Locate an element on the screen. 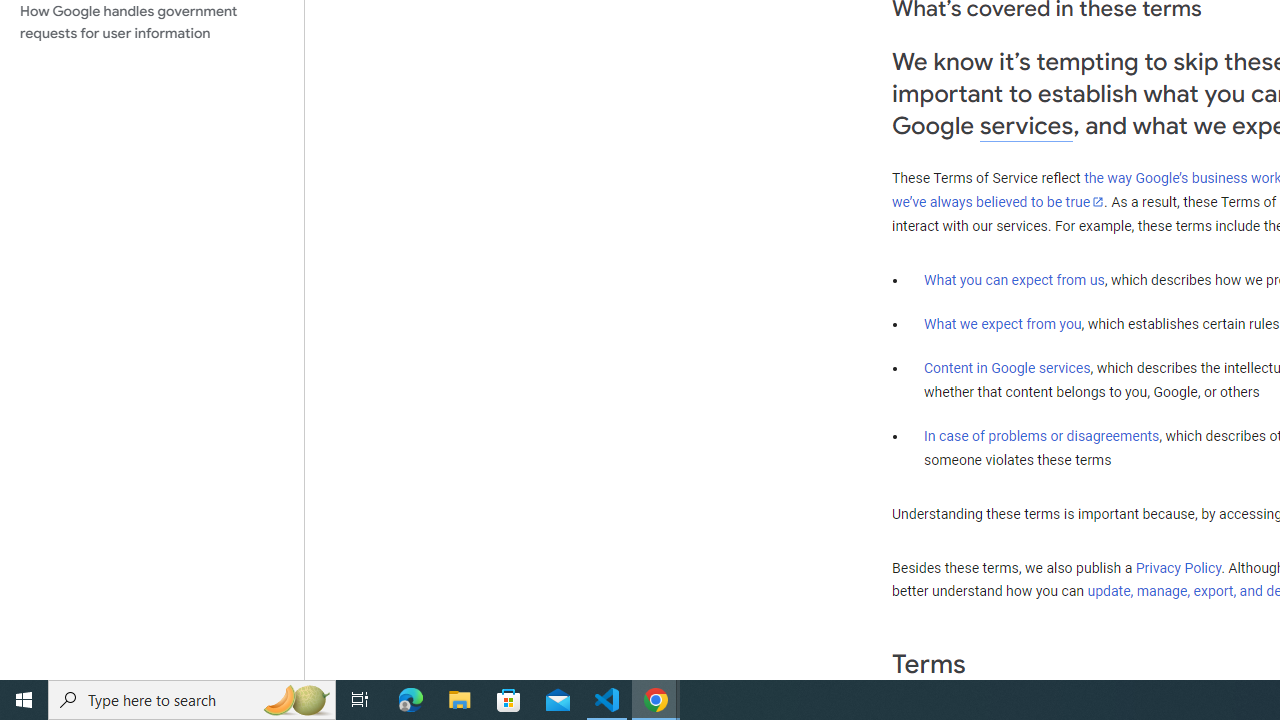 This screenshot has width=1280, height=720. 'Content in Google services' is located at coordinates (1007, 368).